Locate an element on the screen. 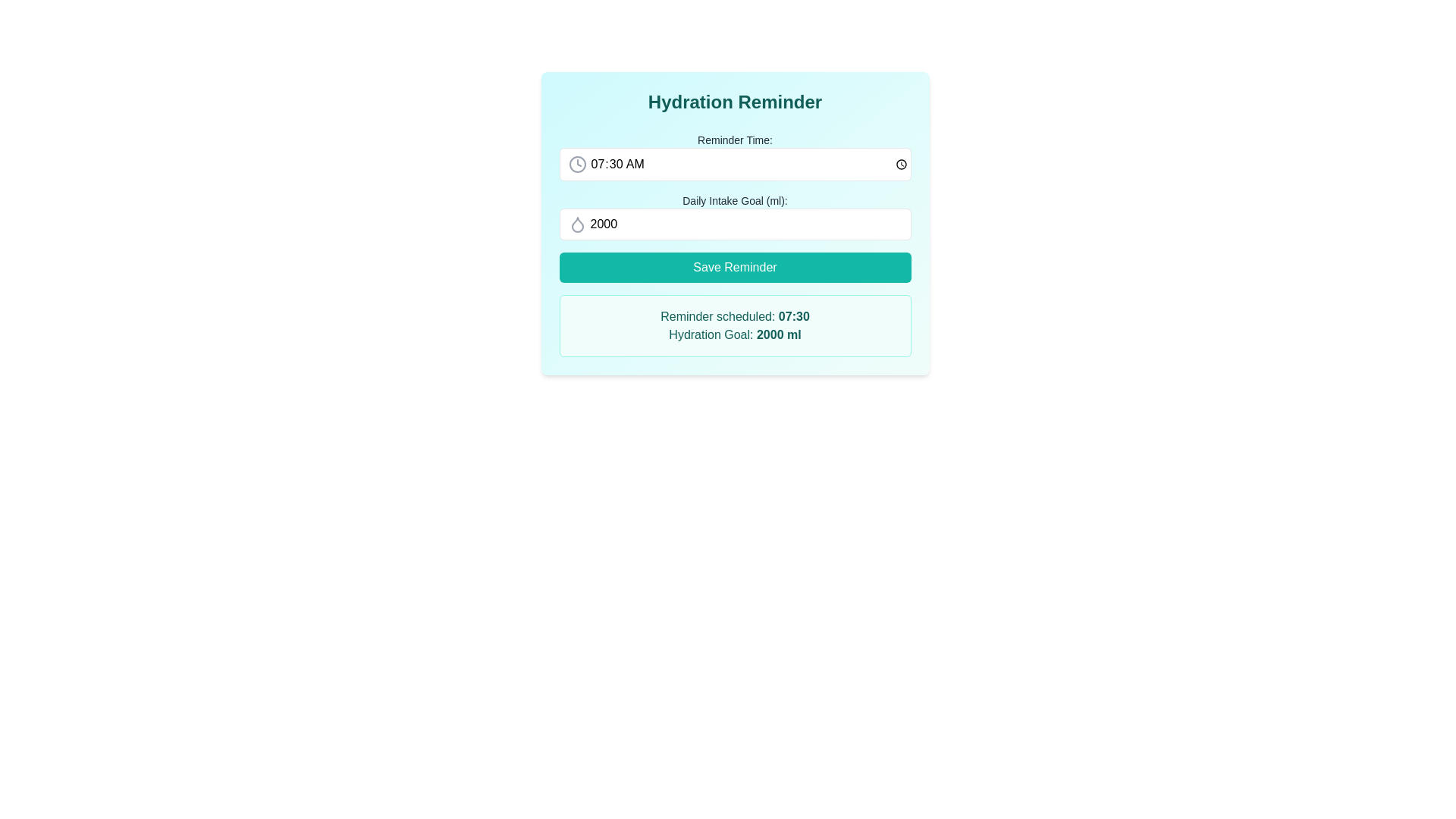 Image resolution: width=1456 pixels, height=819 pixels. the large, bold title text element displaying 'Hydration Reminder', which is prominently positioned at the top of the content area is located at coordinates (735, 102).